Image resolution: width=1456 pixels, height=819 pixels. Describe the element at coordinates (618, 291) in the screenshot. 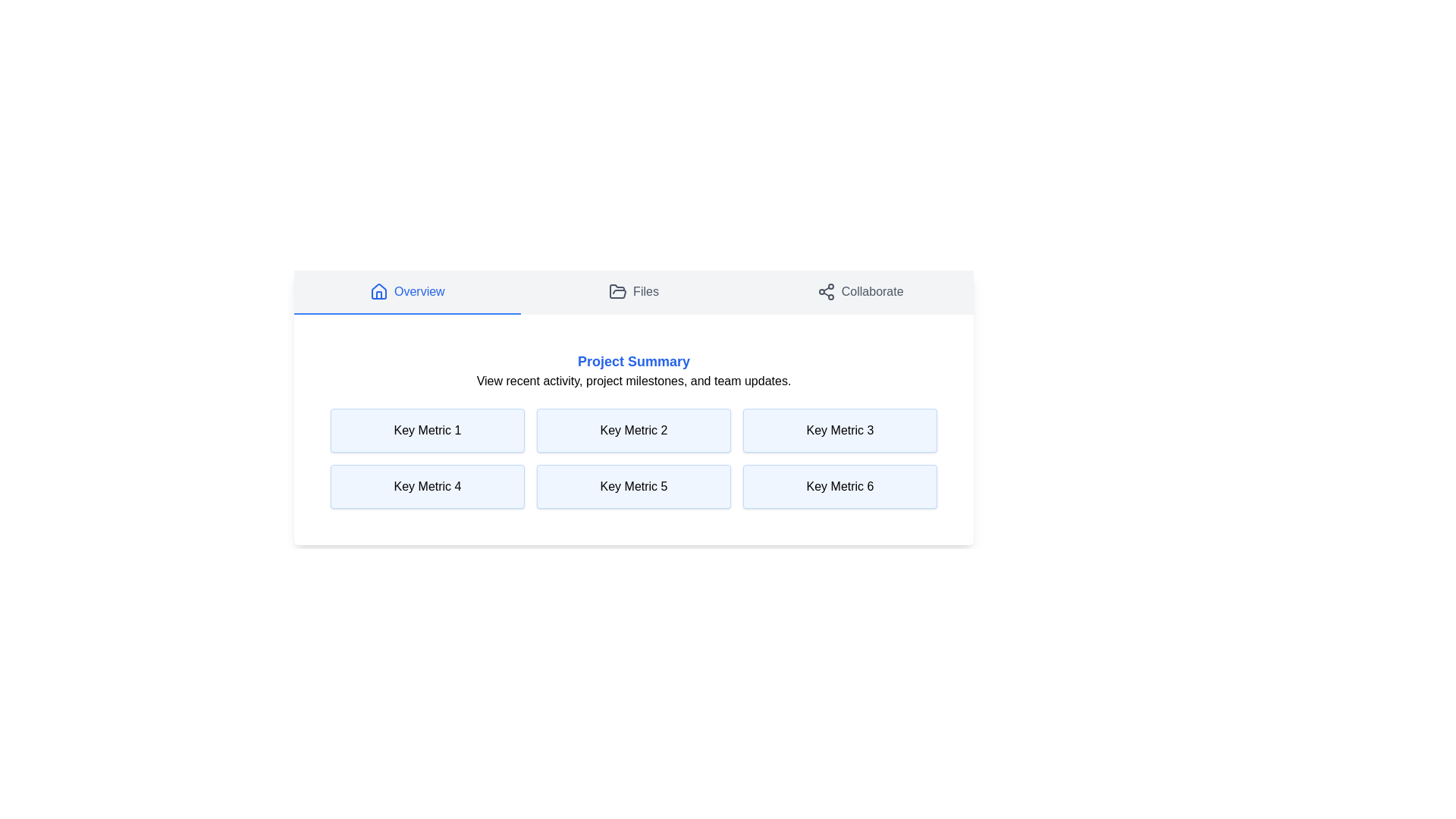

I see `the folder icon in the top navigation bar, located between the 'Overview' and 'Collaborate' icons` at that location.